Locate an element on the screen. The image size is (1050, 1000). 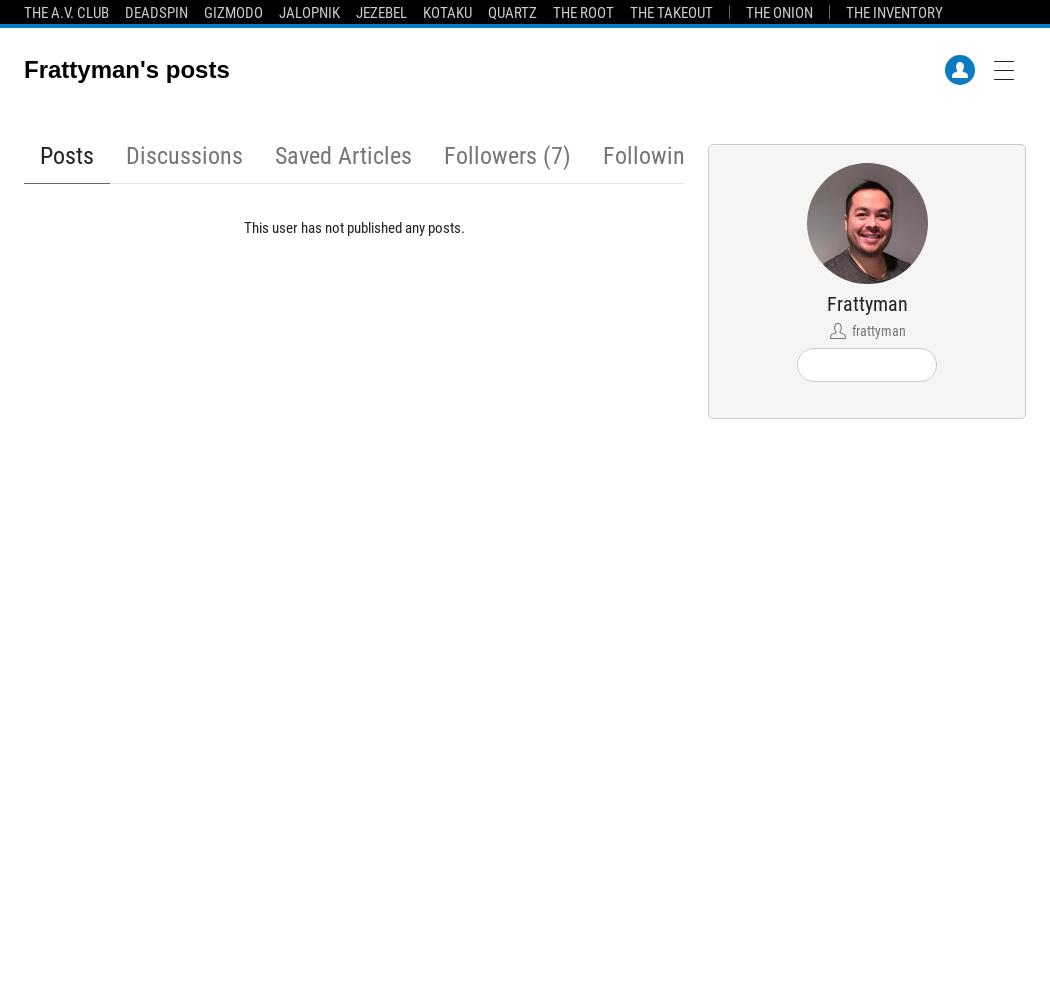
'Frattyman' is located at coordinates (865, 304).